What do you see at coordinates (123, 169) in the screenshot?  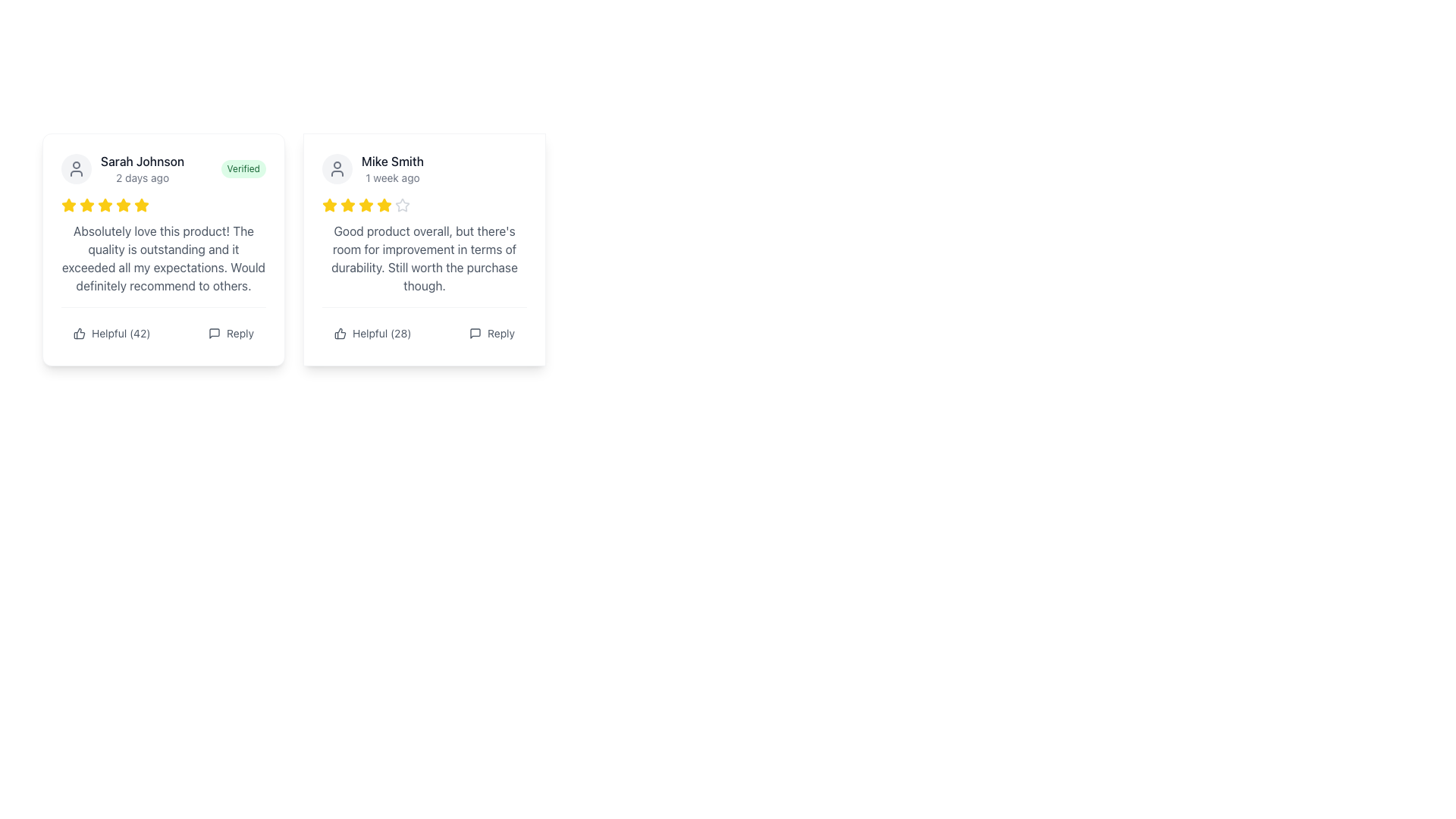 I see `the User data display section containing the profile image and the text 'Sarah Johnson' and '2 days ago'` at bounding box center [123, 169].